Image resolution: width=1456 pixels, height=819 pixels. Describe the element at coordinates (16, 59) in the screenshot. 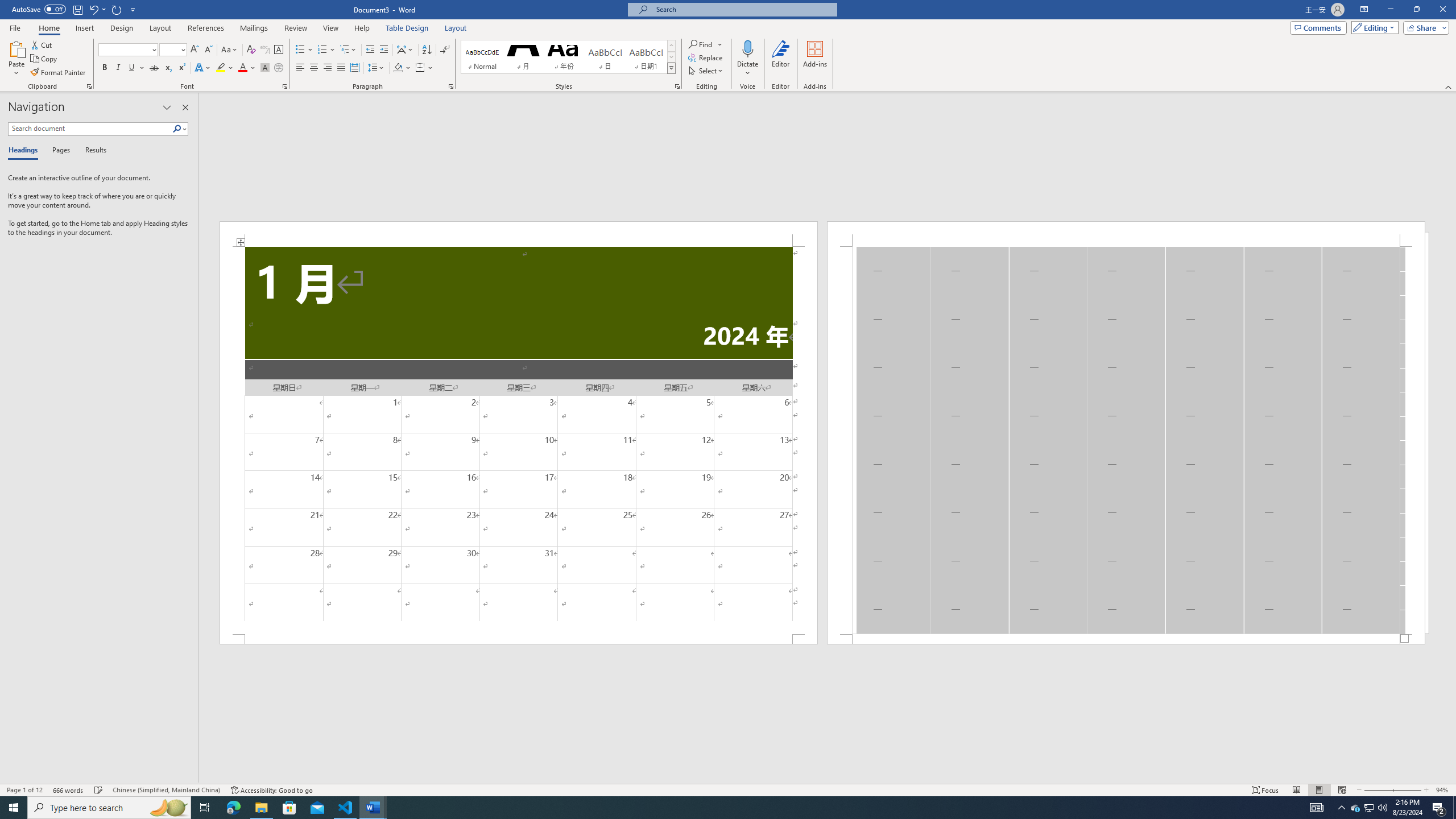

I see `'Paste'` at that location.